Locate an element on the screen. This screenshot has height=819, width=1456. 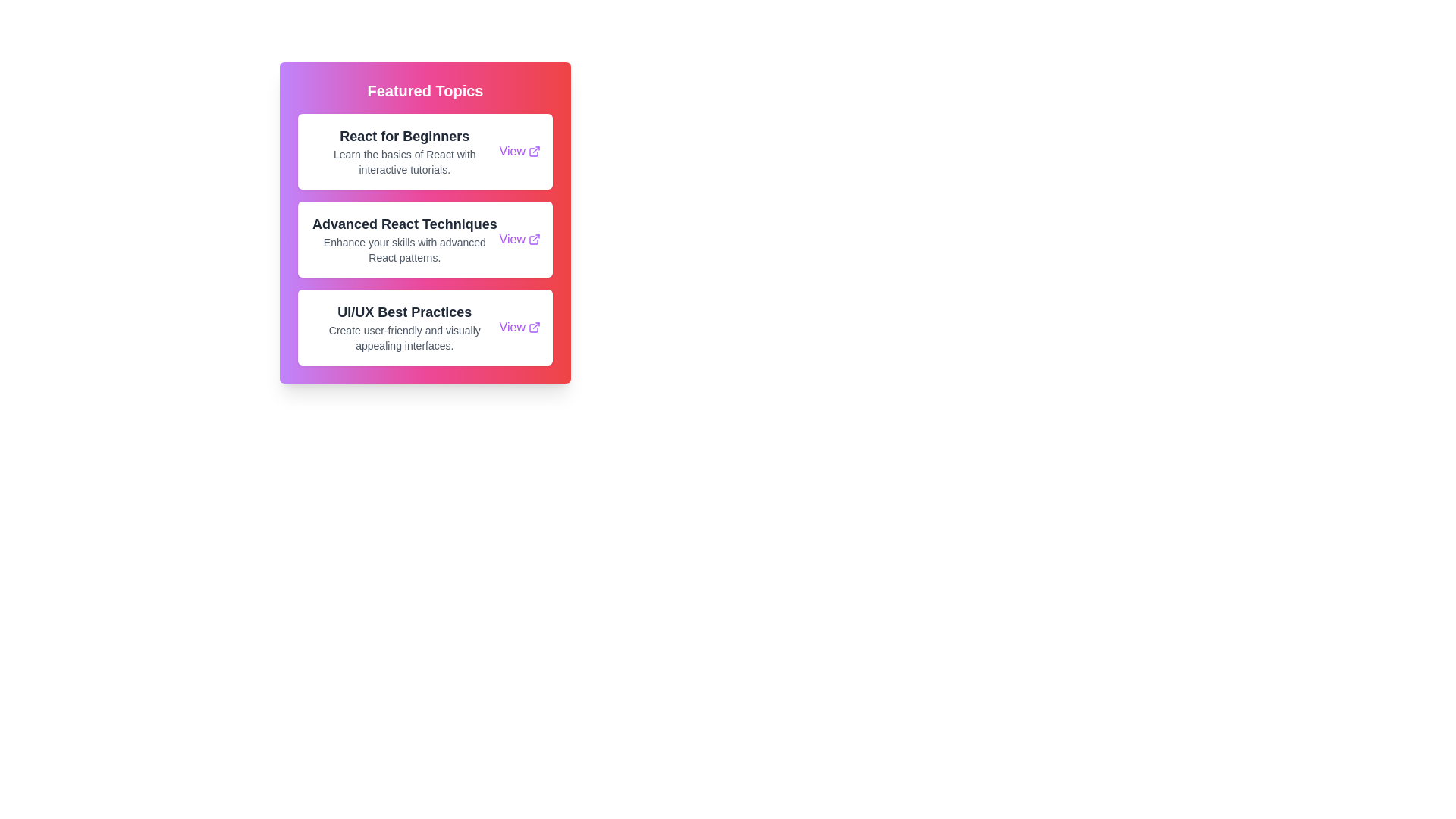
the external link indicator icon located to the immediate right of the 'View' text on the 'UI/UX Best Practices' card in the 'Featured Topics' section is located at coordinates (535, 327).